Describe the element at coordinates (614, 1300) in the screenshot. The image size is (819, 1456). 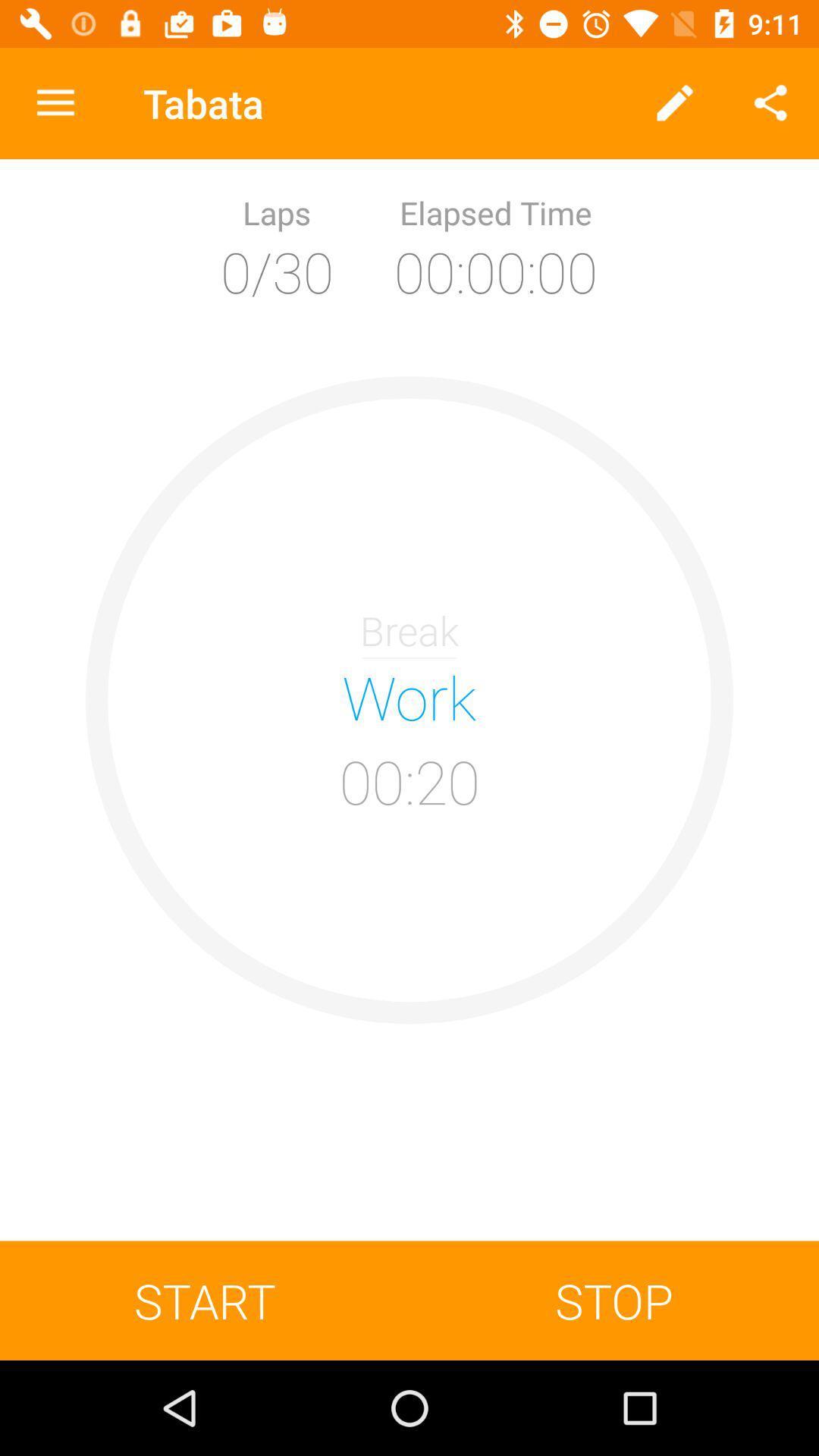
I see `the stop icon` at that location.